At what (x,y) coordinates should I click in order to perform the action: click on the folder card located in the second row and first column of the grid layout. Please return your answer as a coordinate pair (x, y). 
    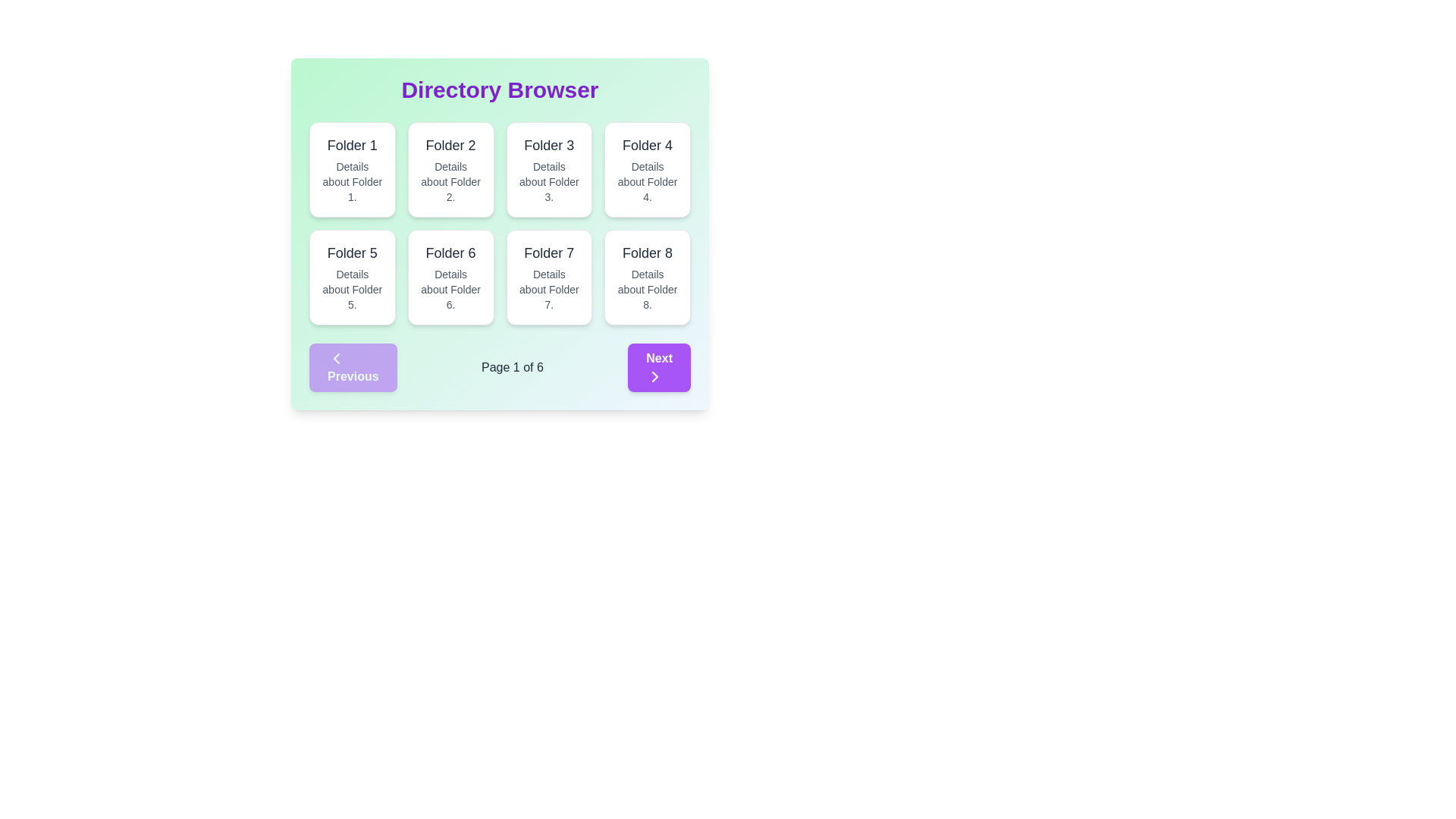
    Looking at the image, I should click on (351, 278).